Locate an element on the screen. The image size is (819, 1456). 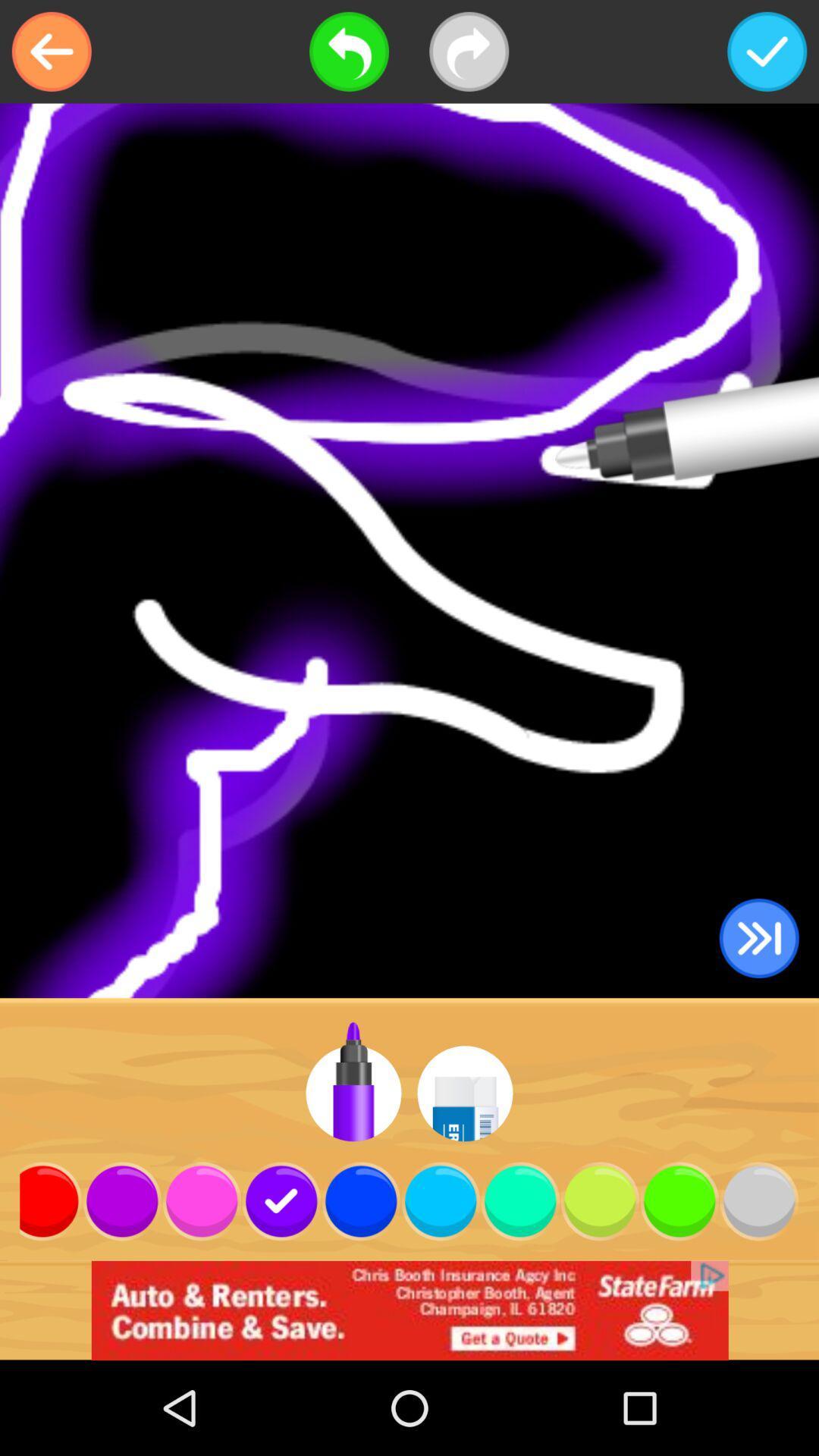
advertisement is located at coordinates (409, 1310).